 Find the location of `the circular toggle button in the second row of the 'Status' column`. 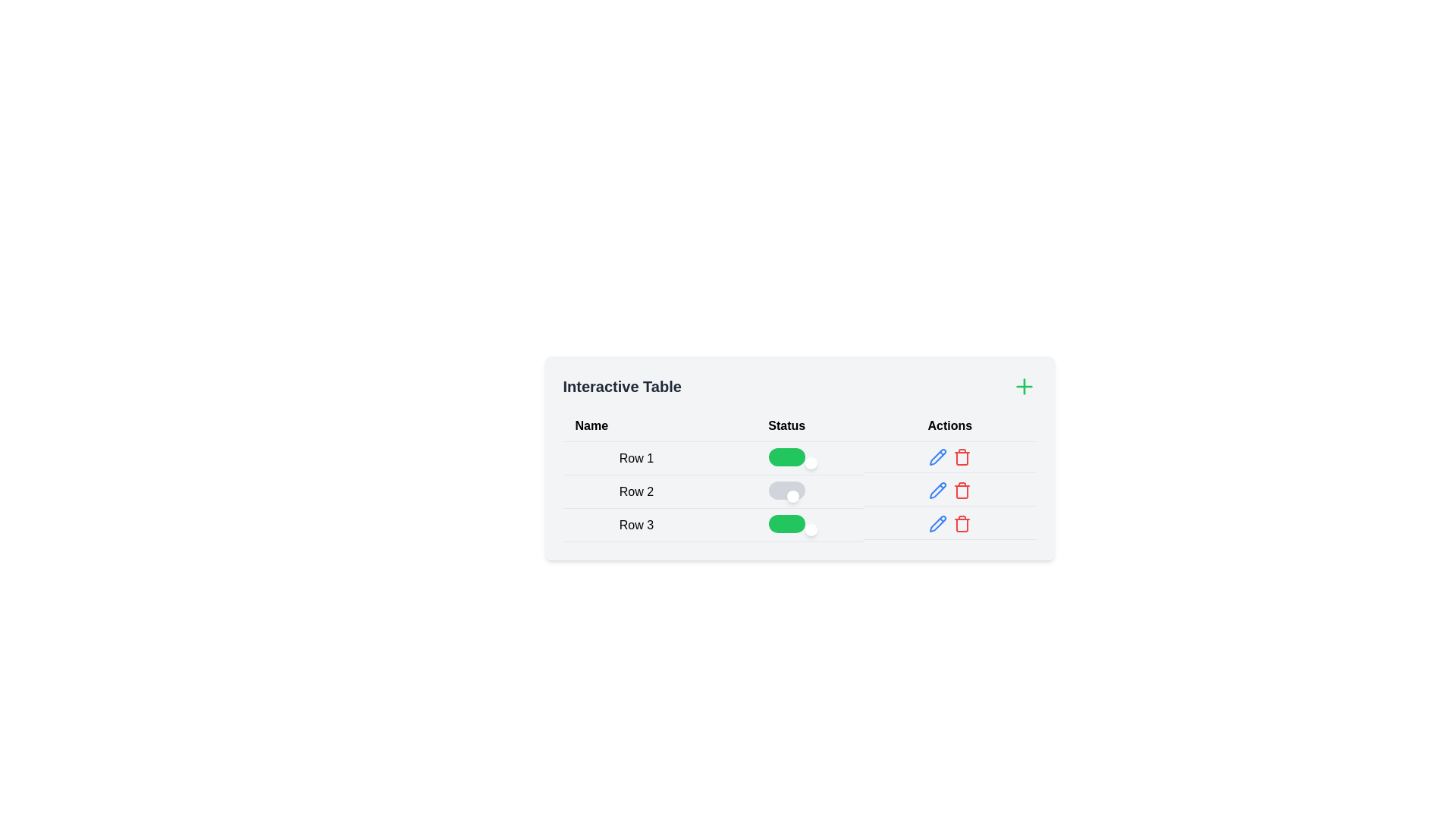

the circular toggle button in the second row of the 'Status' column is located at coordinates (799, 491).